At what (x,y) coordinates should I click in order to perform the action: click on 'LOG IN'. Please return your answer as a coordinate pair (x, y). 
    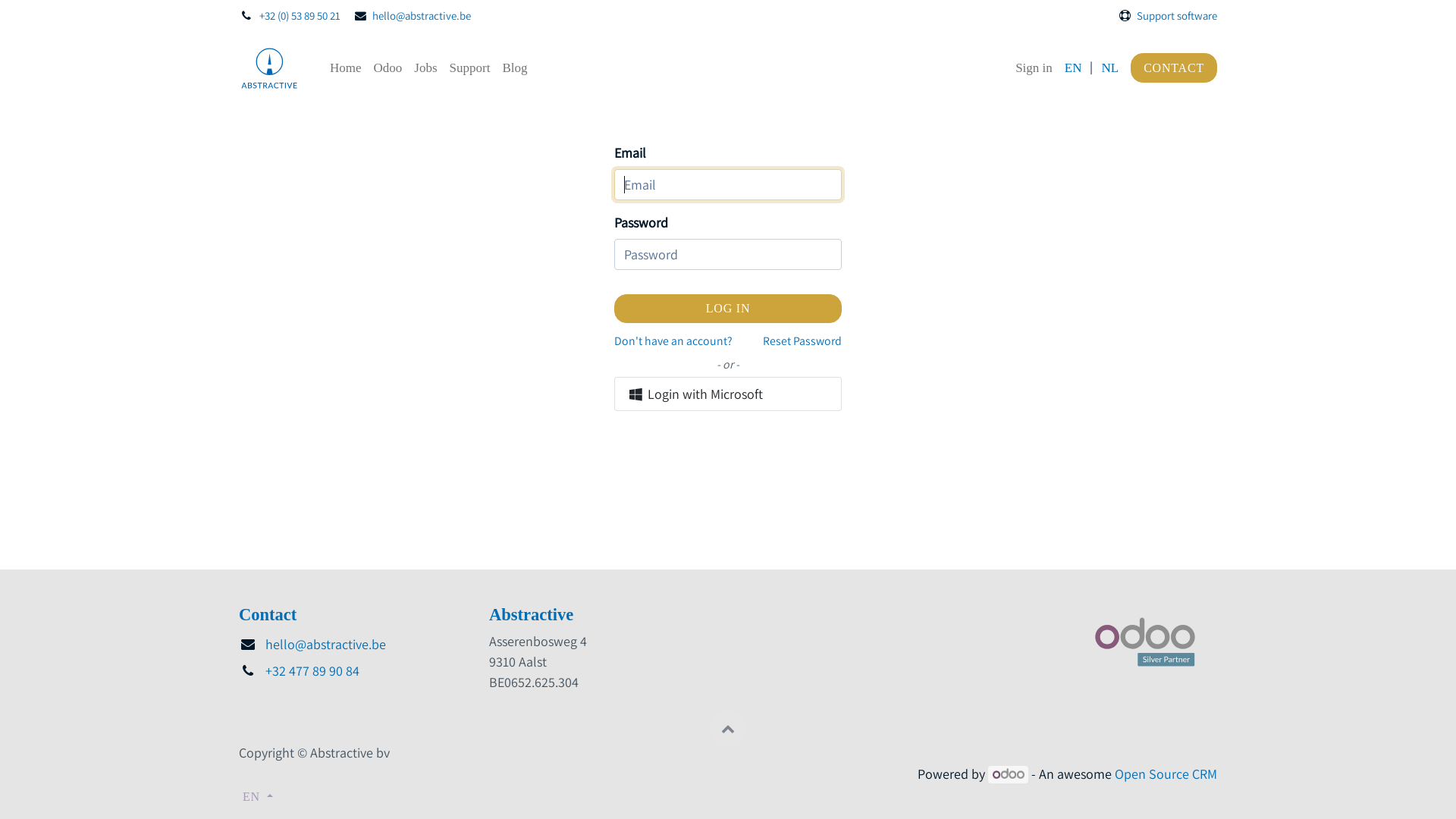
    Looking at the image, I should click on (728, 308).